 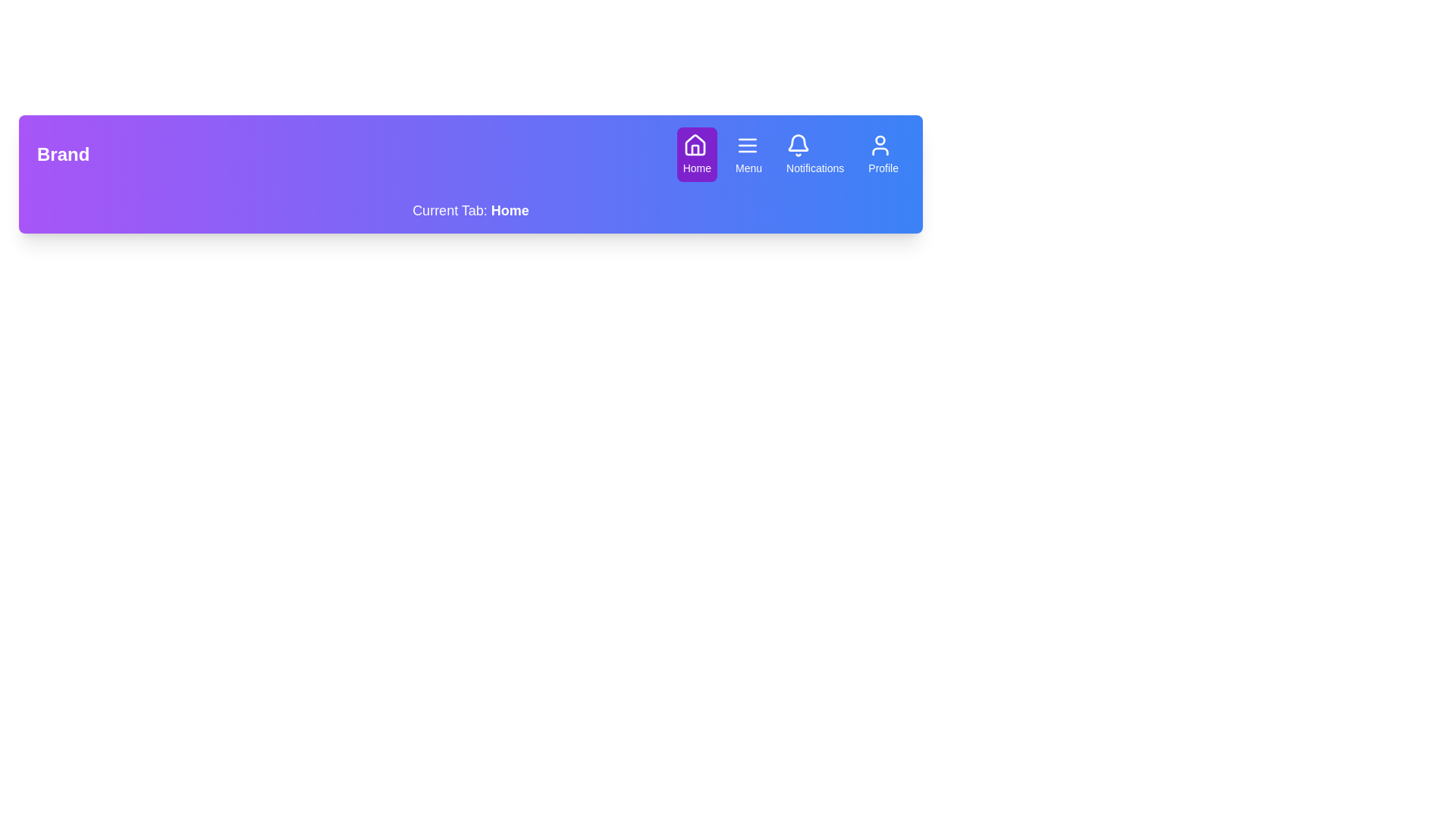 What do you see at coordinates (62, 155) in the screenshot?
I see `the static text label displaying 'Brand' in bold, large font on a purple background, located on the far left of the navigation bar` at bounding box center [62, 155].